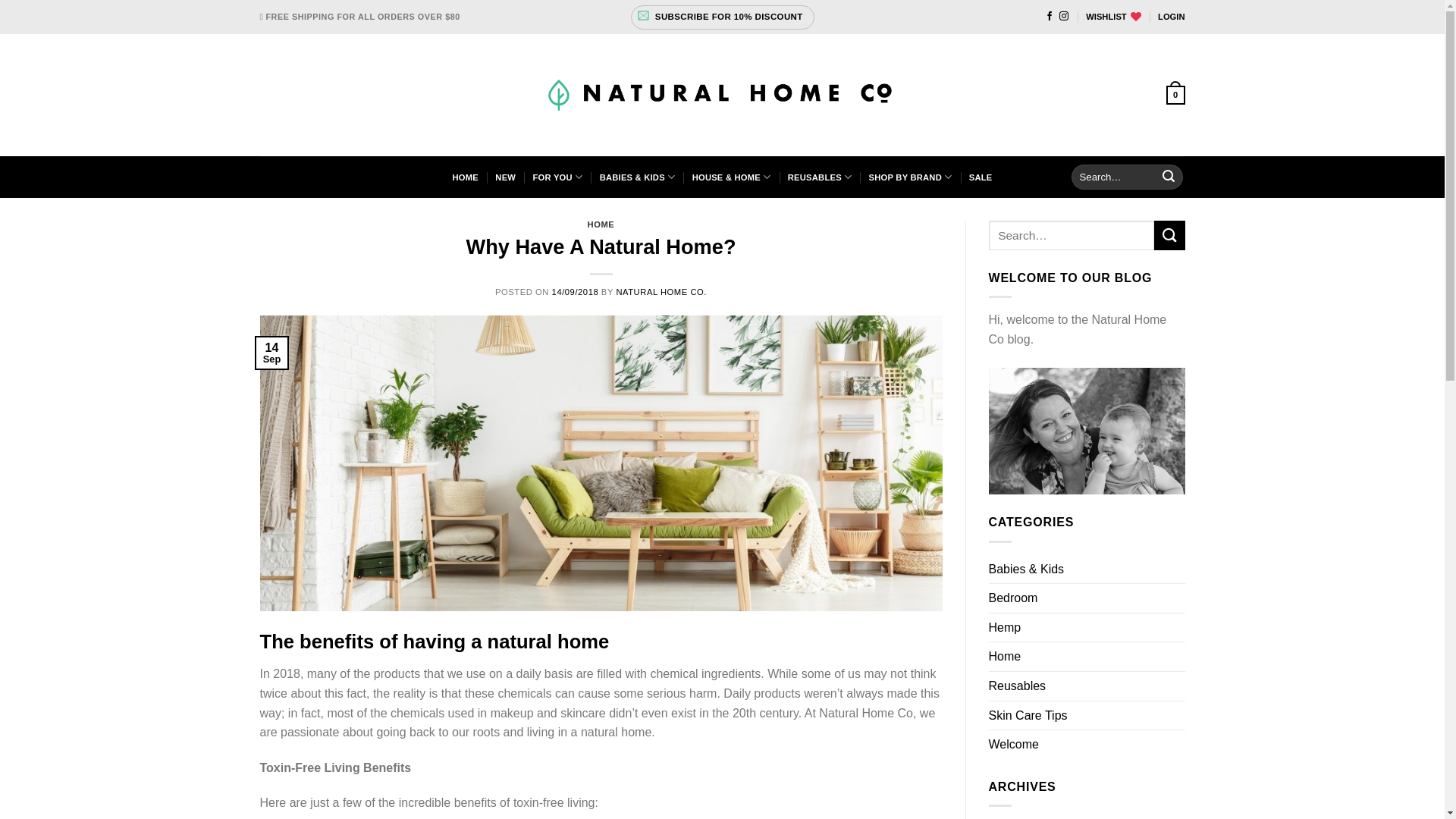 This screenshot has width=1456, height=819. What do you see at coordinates (1013, 598) in the screenshot?
I see `'Bedroom'` at bounding box center [1013, 598].